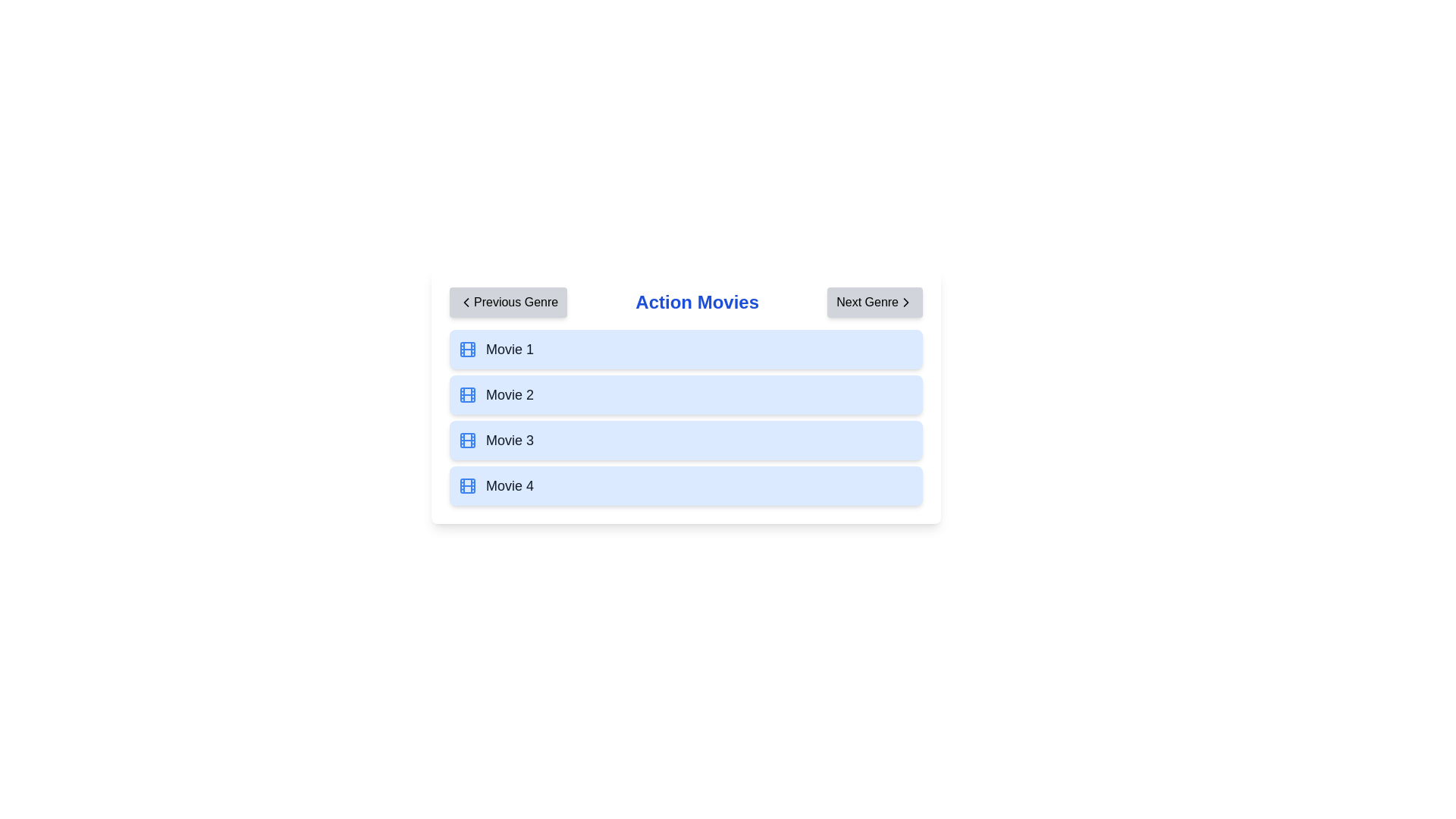  What do you see at coordinates (875, 302) in the screenshot?
I see `the rightmost button in the horizontal group at the top of the interface` at bounding box center [875, 302].